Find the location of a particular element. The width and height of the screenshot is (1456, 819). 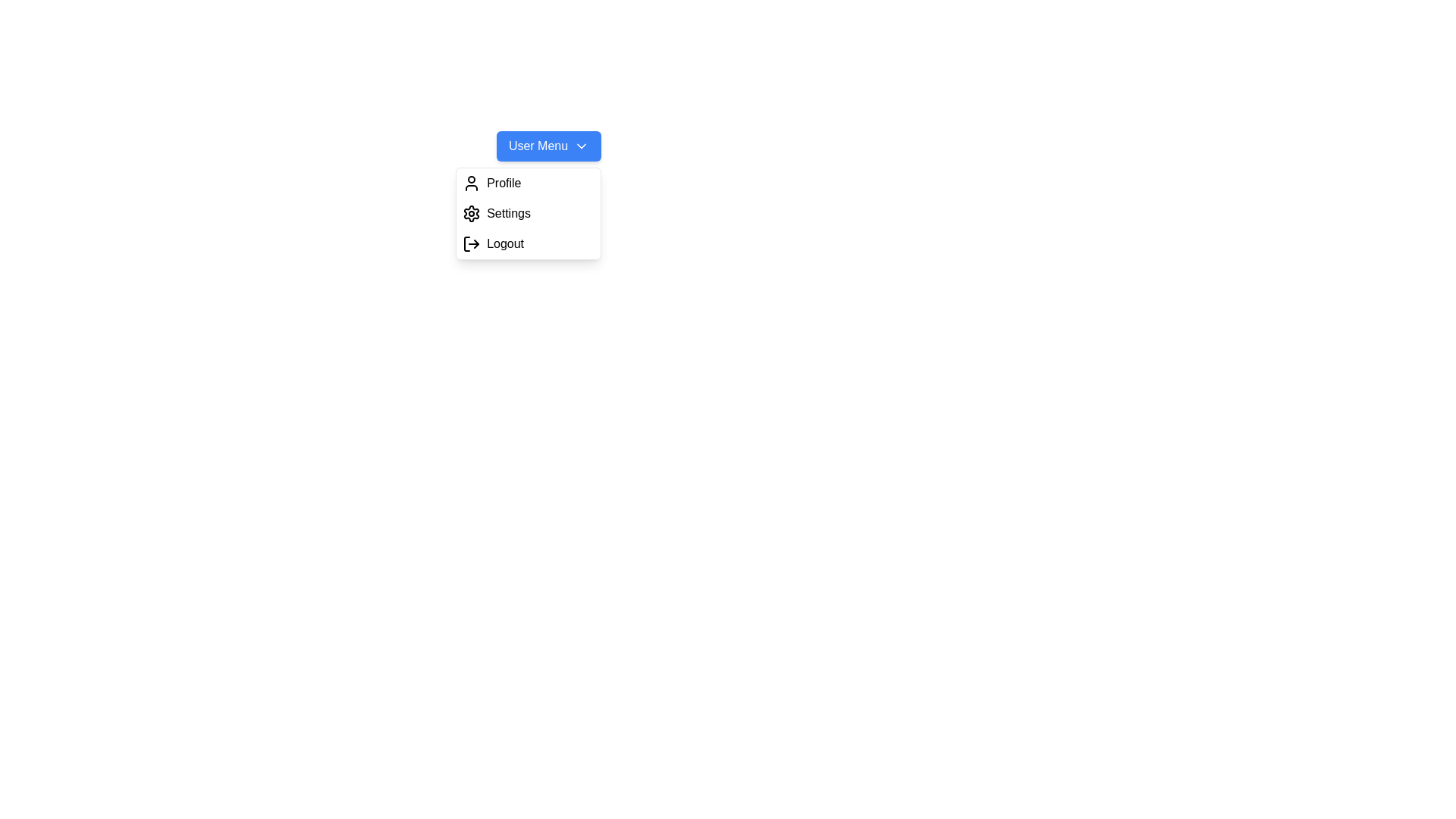

the dropdown trigger button located at the top right of the modal structure is located at coordinates (548, 146).